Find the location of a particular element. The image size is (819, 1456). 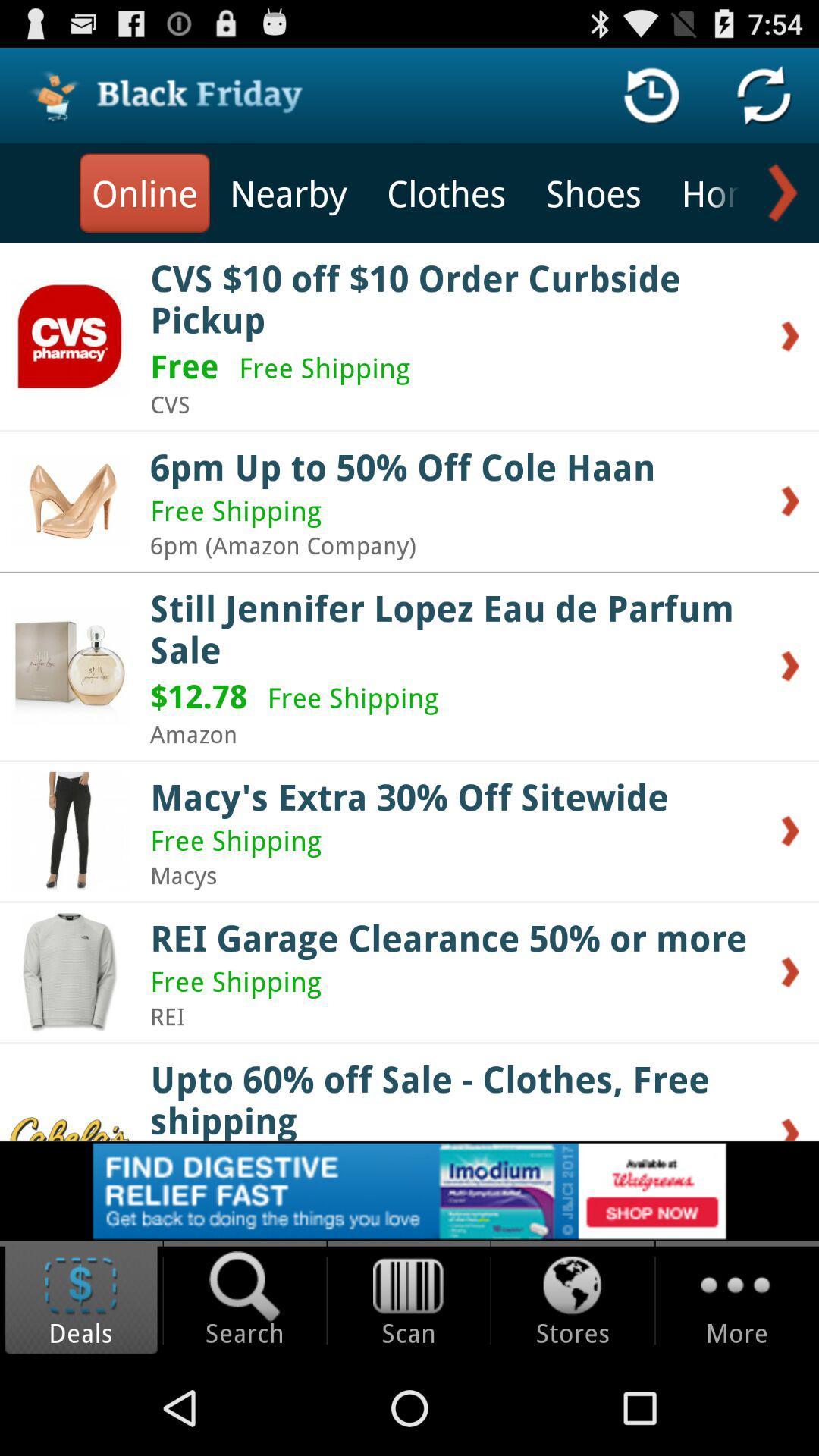

advertisement page is located at coordinates (409, 1190).